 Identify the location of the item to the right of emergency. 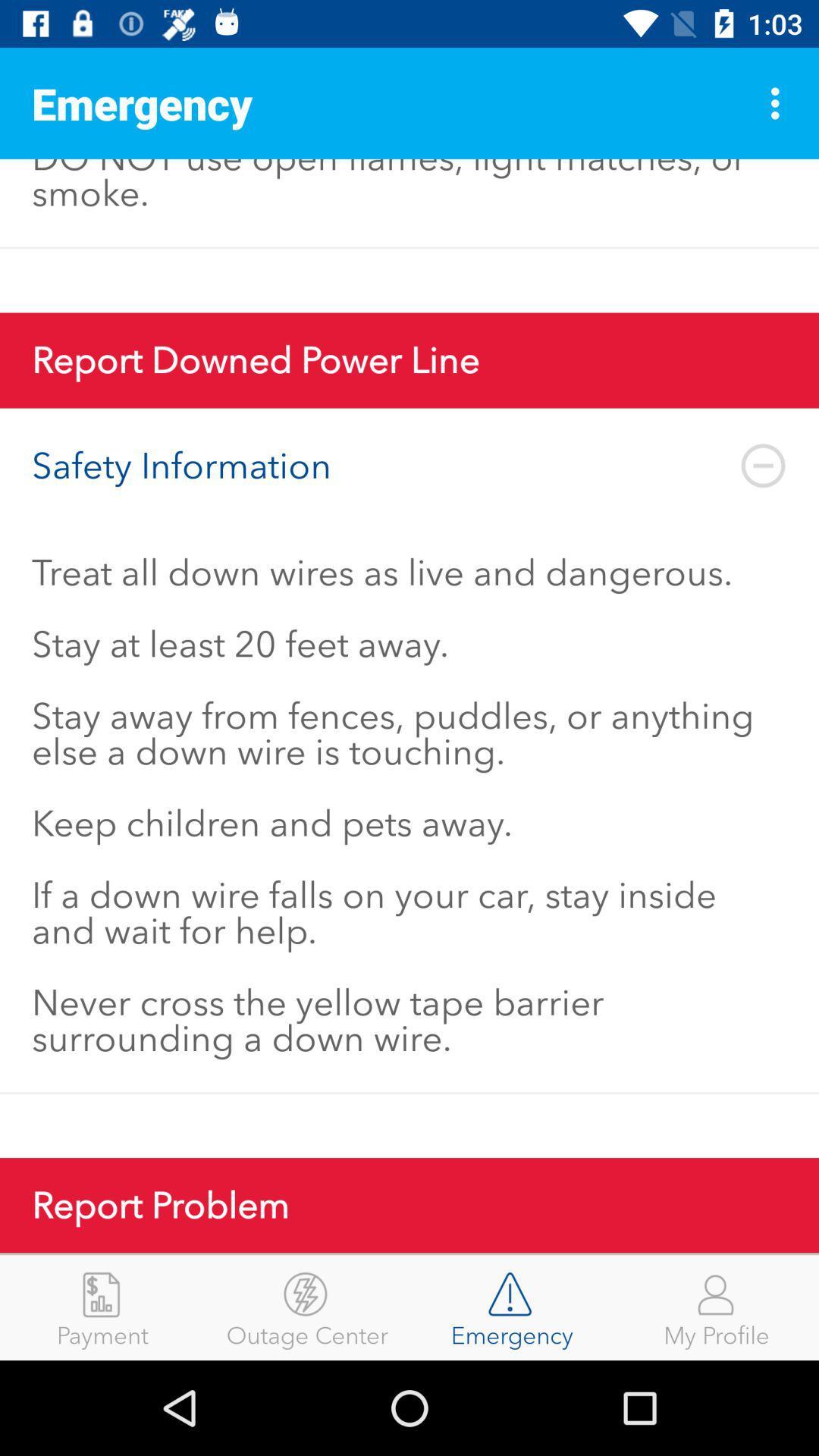
(717, 1307).